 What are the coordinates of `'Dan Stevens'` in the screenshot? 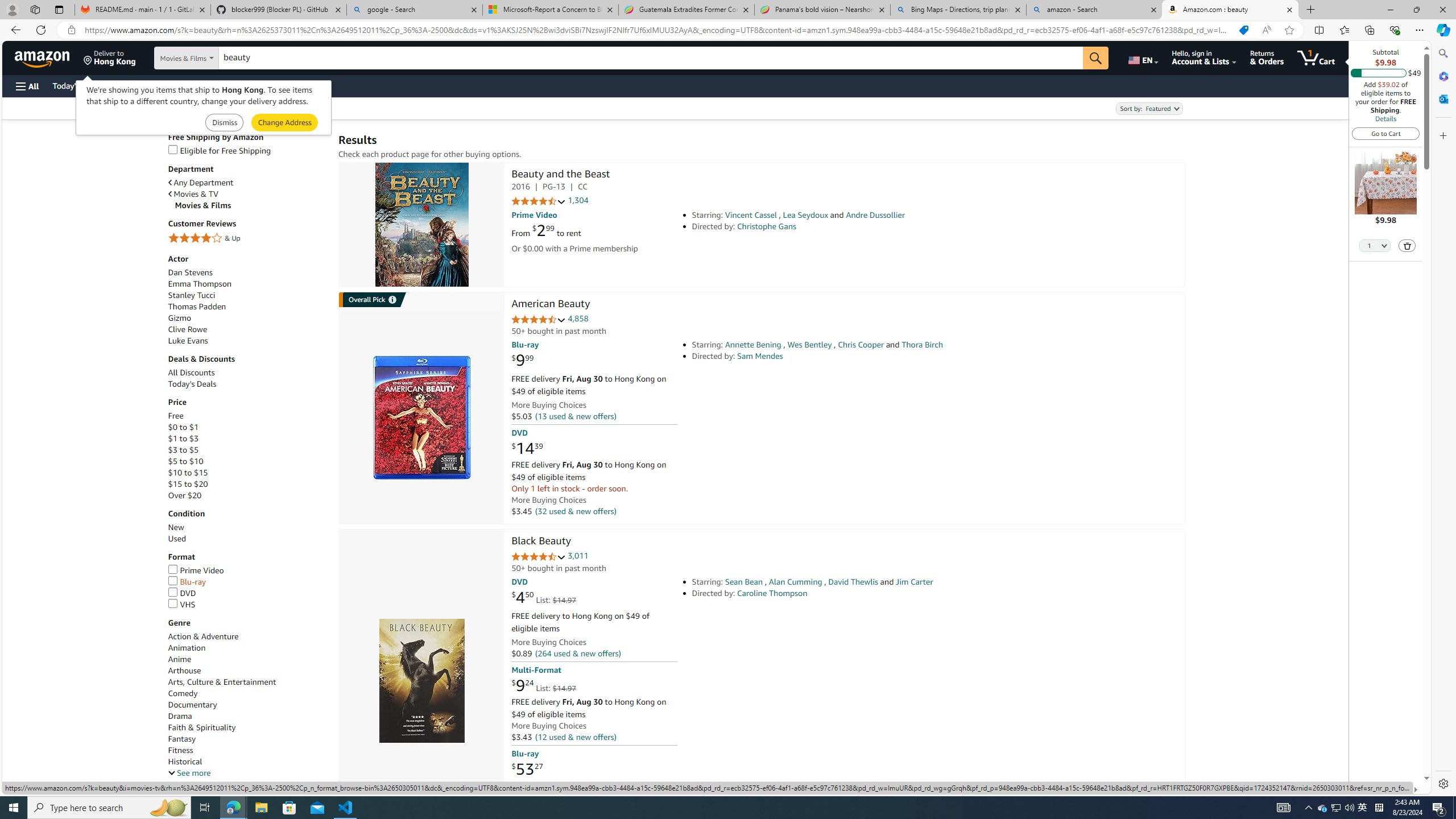 It's located at (247, 272).